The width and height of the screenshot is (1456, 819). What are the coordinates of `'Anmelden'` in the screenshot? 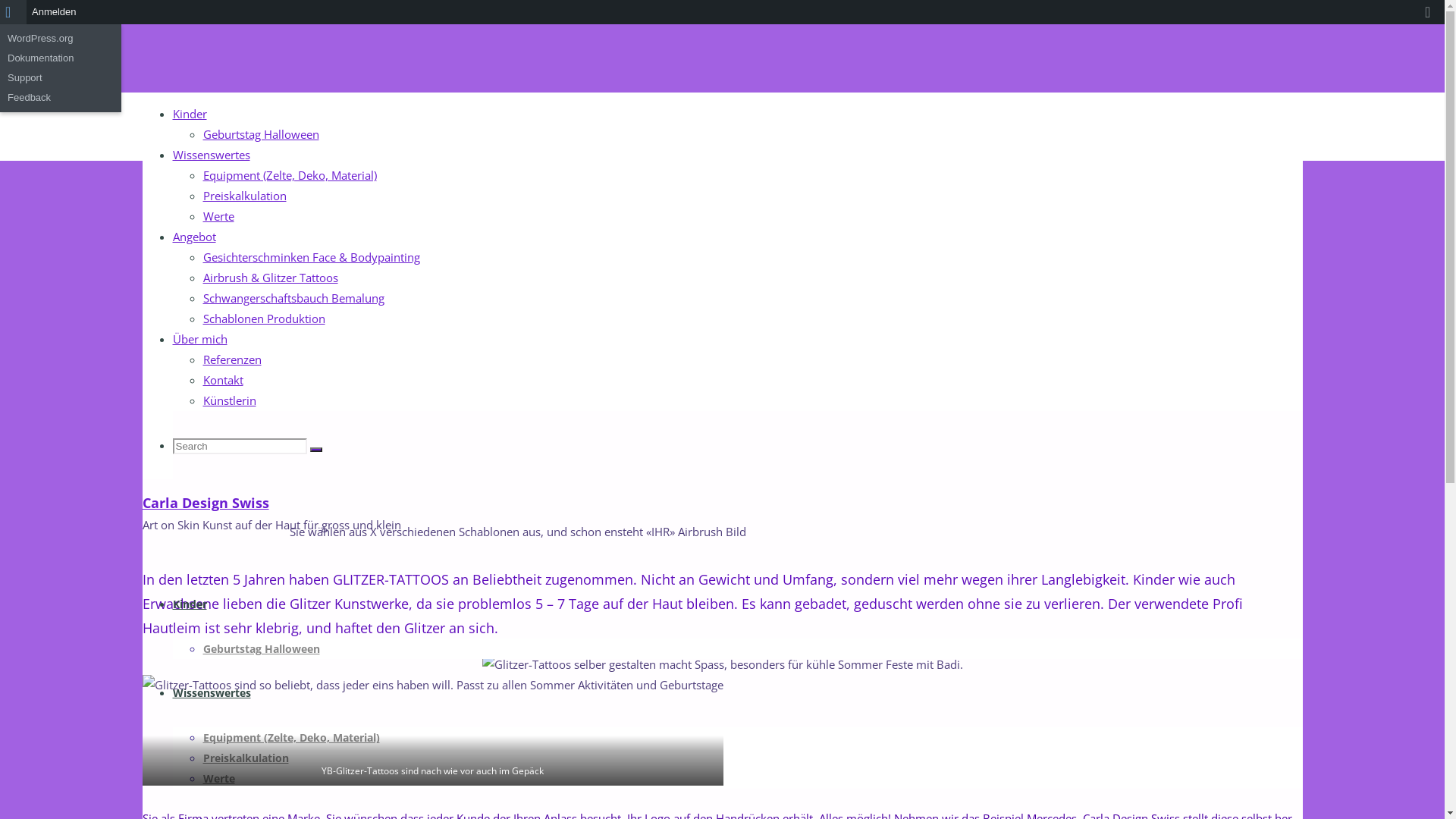 It's located at (55, 11).